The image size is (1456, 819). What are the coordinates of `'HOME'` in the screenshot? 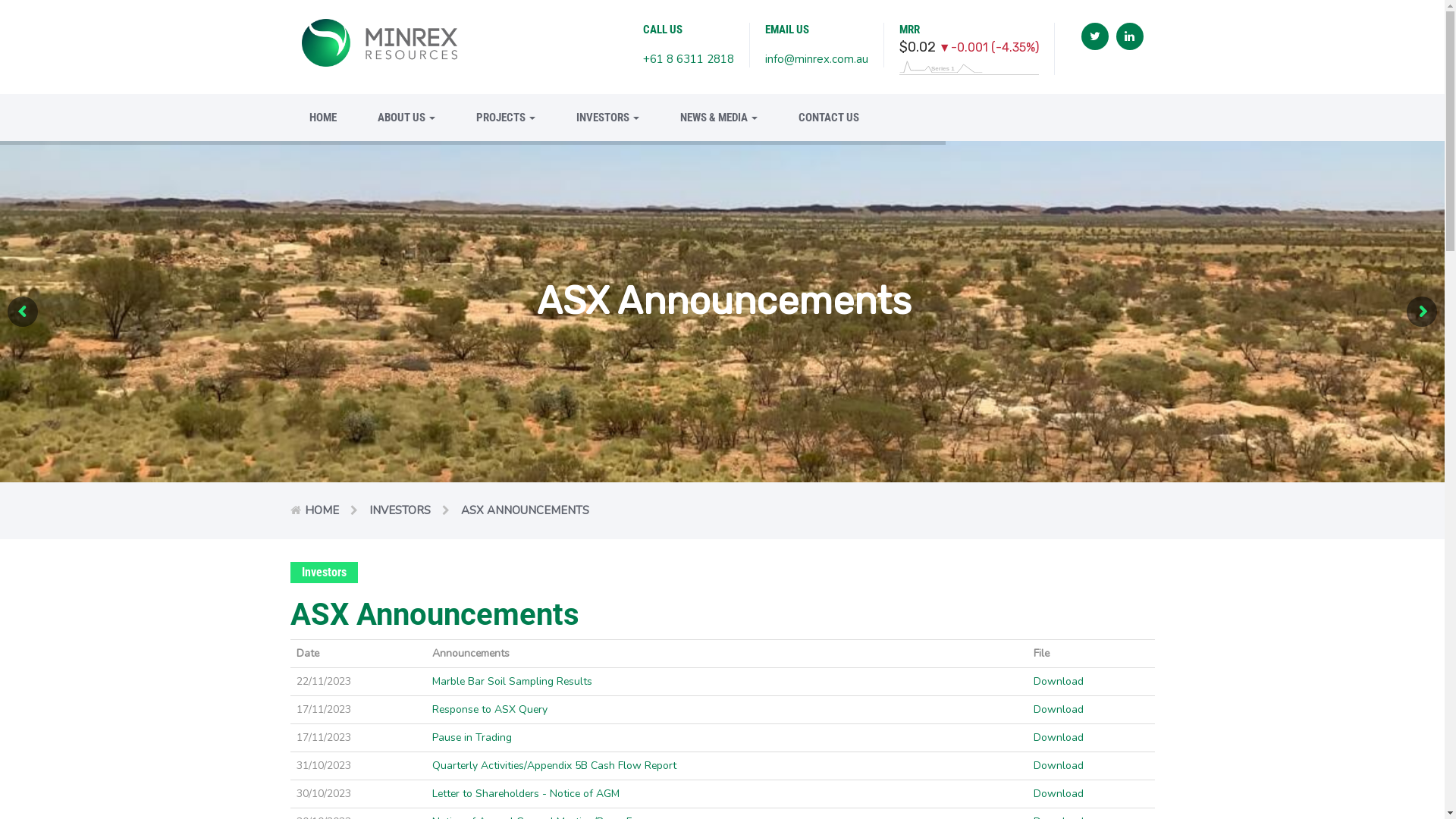 It's located at (321, 510).